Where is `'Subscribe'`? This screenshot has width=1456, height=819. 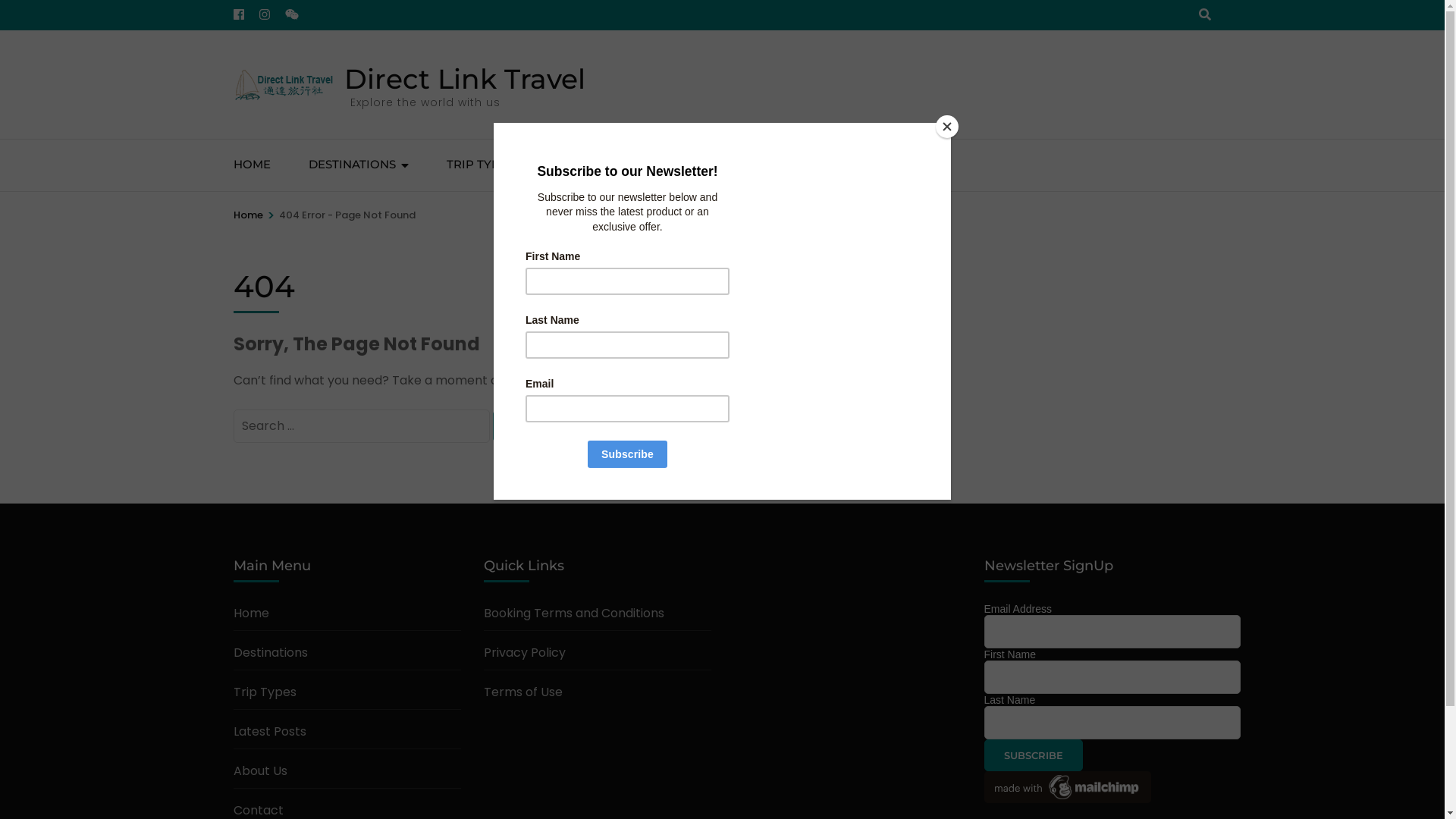 'Subscribe' is located at coordinates (1033, 755).